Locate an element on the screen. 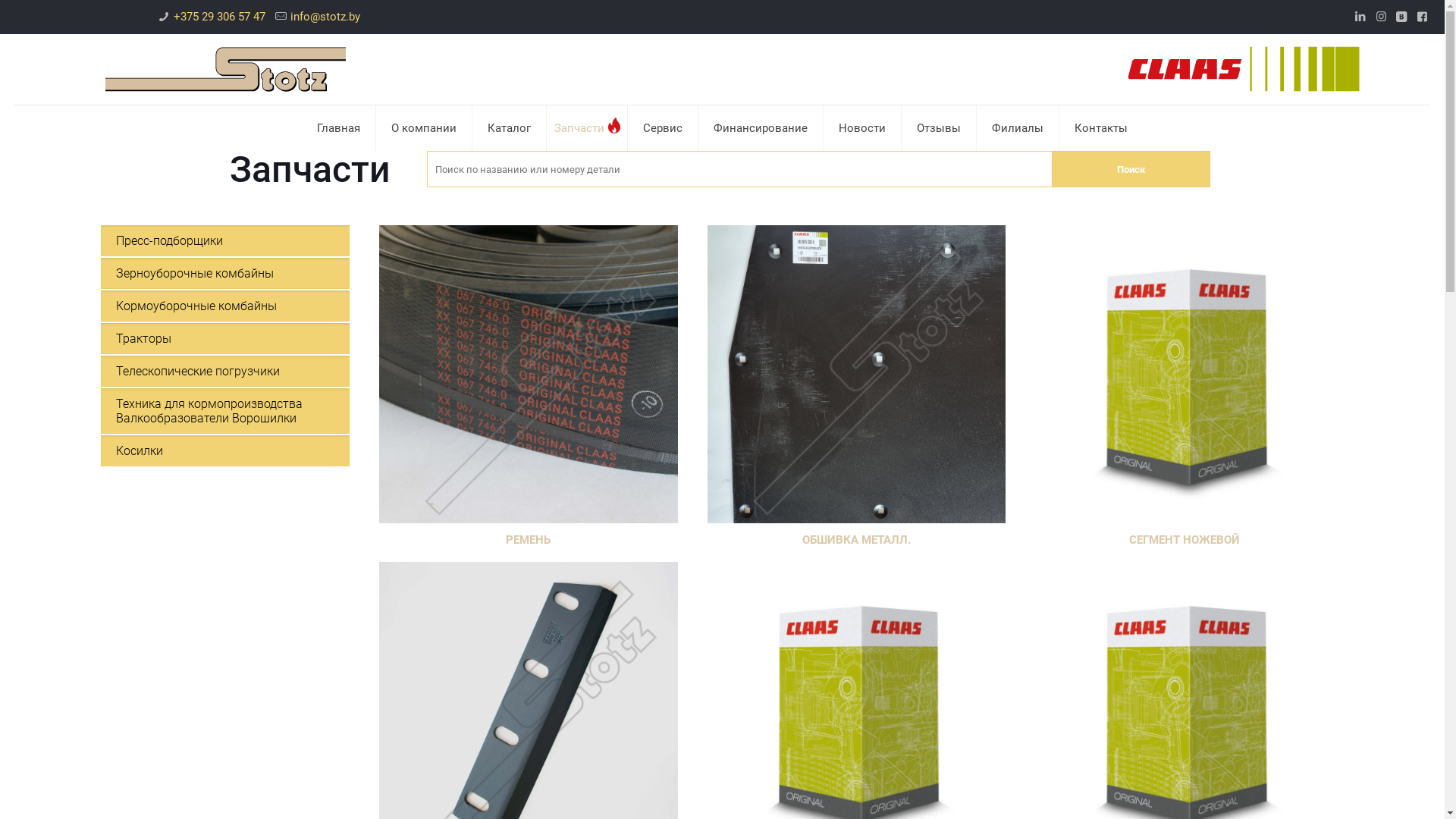 Image resolution: width=1456 pixels, height=819 pixels. 'VKontakte' is located at coordinates (1401, 17).